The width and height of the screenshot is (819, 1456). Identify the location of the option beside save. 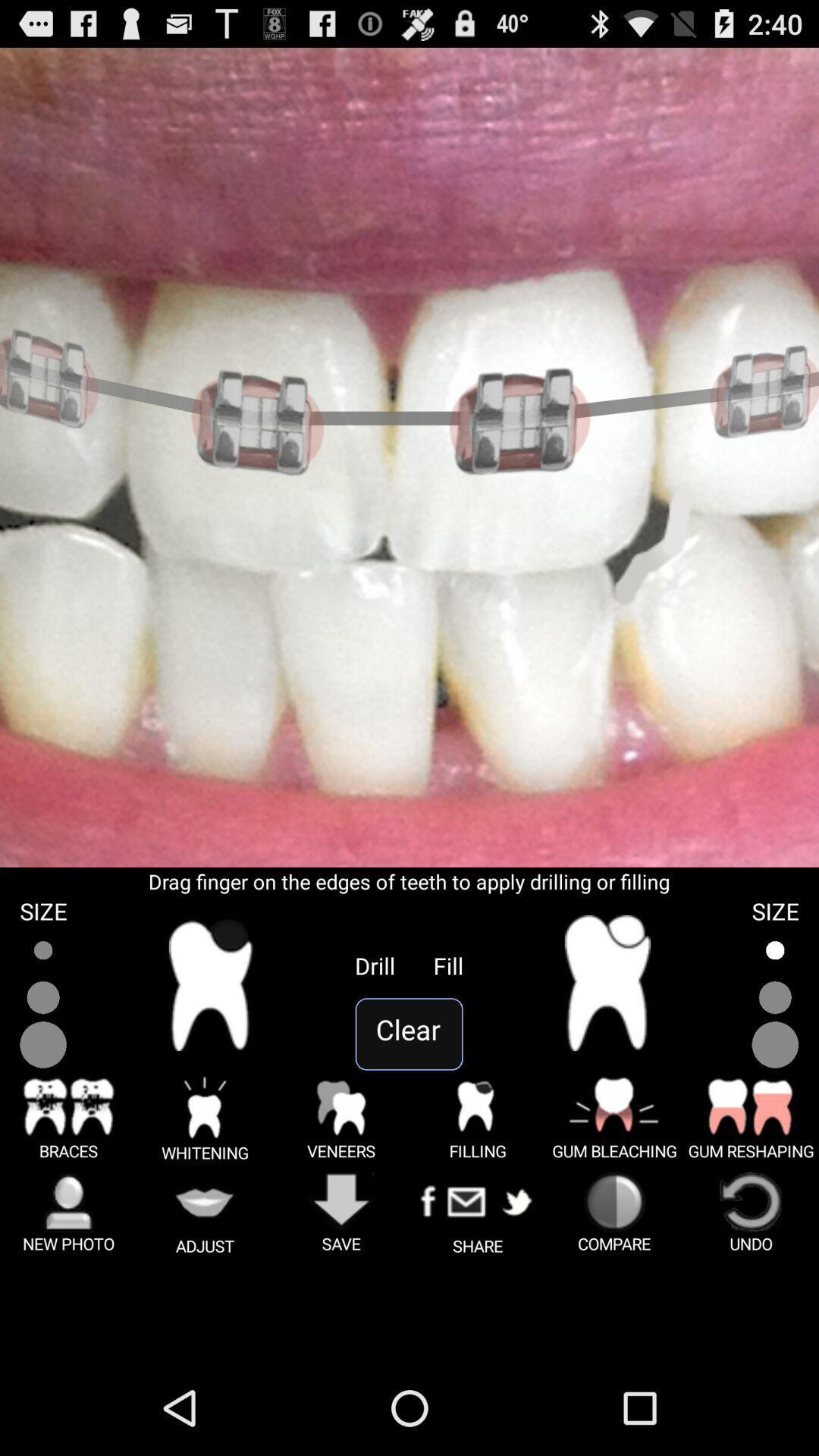
(476, 1213).